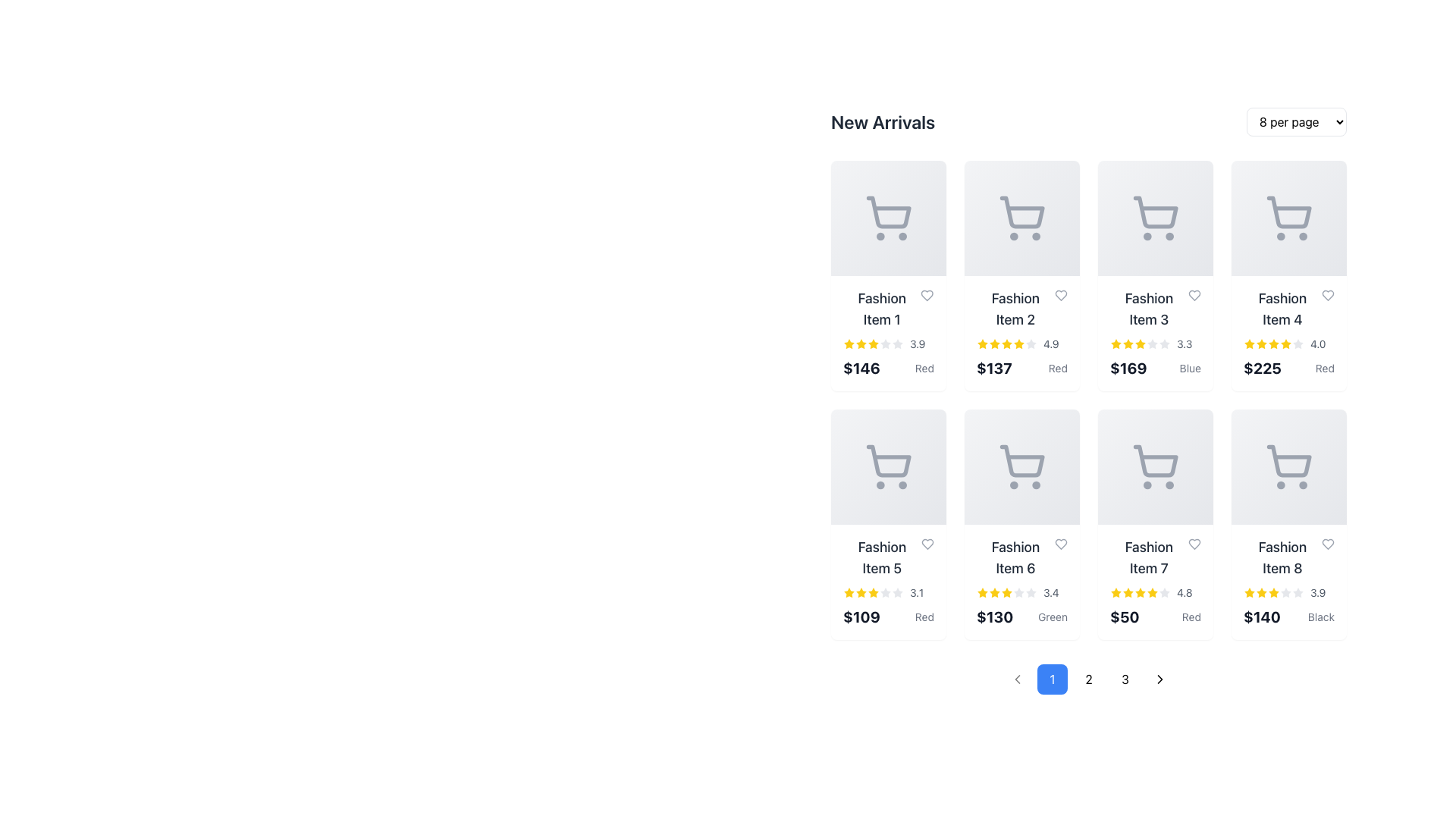  What do you see at coordinates (1298, 344) in the screenshot?
I see `the fifth unselected star icon in the rating component of the 'Fashion Item 4' card located in the first row and fourth column of the products grid` at bounding box center [1298, 344].